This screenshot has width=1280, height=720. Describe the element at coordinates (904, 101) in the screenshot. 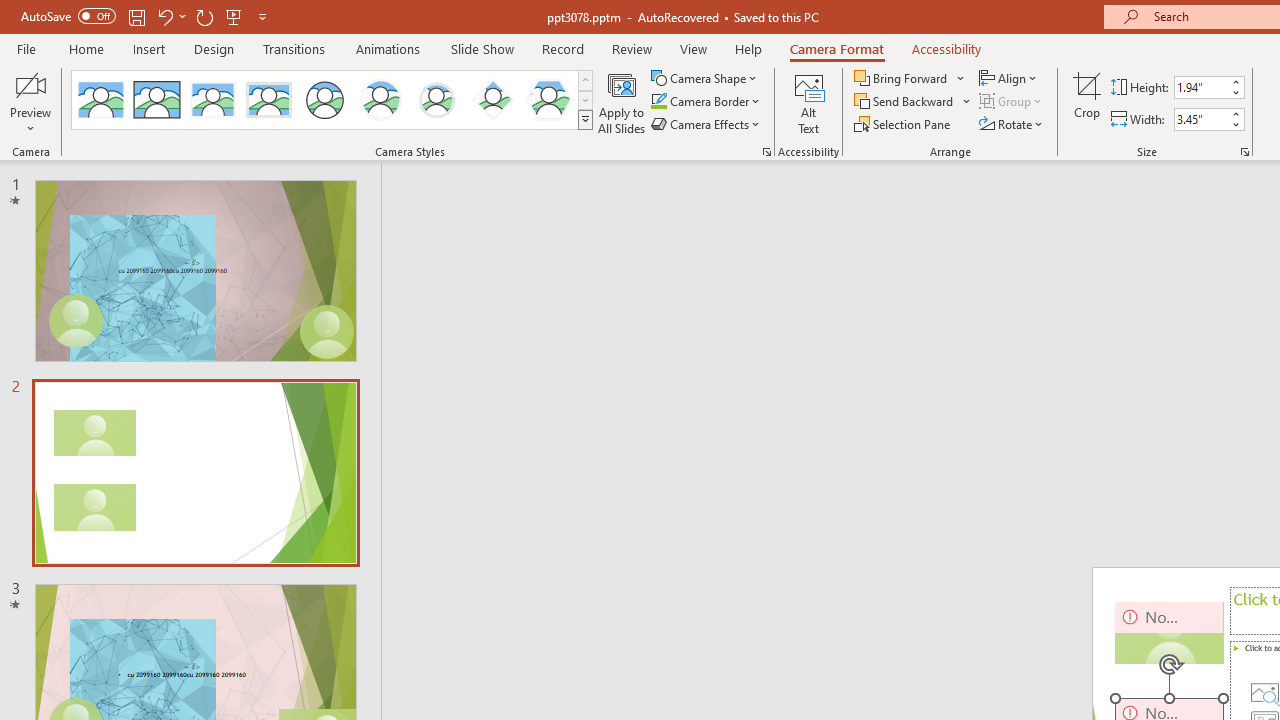

I see `'Send Backward'` at that location.